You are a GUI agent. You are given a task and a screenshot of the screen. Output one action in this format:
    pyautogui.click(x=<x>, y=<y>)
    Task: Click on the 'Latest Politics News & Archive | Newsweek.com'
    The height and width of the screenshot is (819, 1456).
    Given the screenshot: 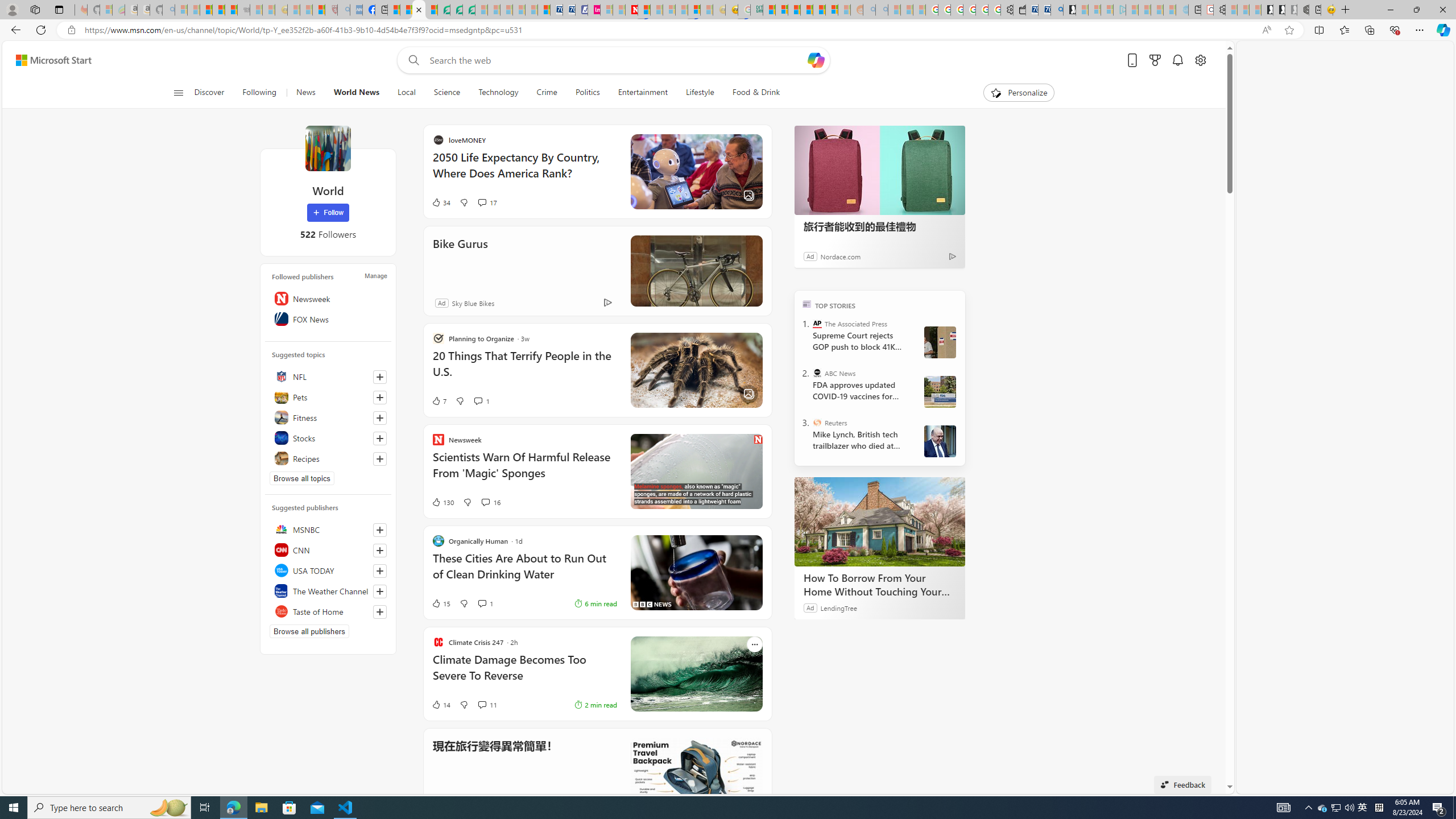 What is the action you would take?
    pyautogui.click(x=630, y=9)
    